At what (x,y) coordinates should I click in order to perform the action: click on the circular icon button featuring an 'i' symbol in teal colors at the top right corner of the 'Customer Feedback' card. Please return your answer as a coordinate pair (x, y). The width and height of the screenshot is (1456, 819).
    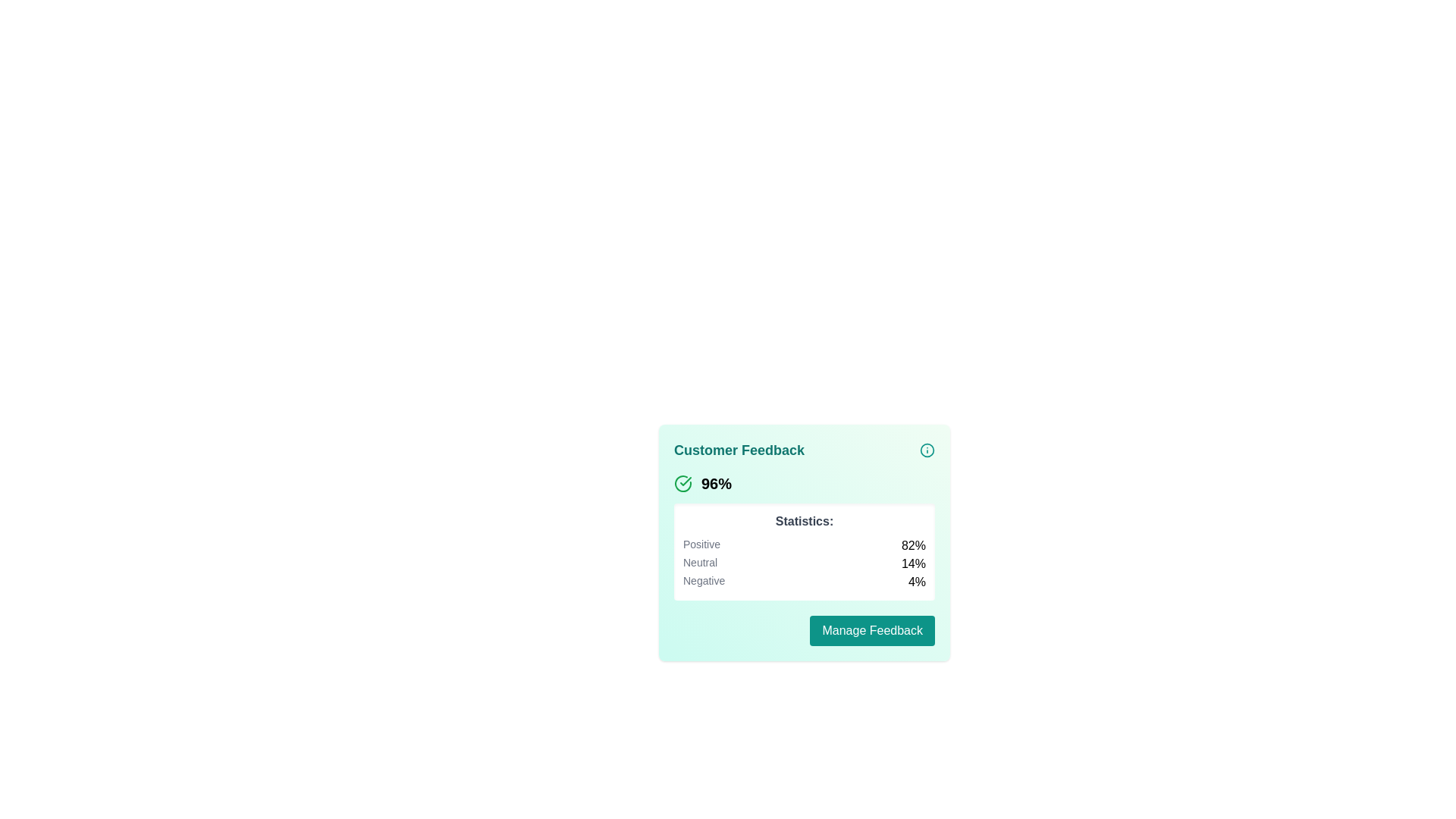
    Looking at the image, I should click on (927, 450).